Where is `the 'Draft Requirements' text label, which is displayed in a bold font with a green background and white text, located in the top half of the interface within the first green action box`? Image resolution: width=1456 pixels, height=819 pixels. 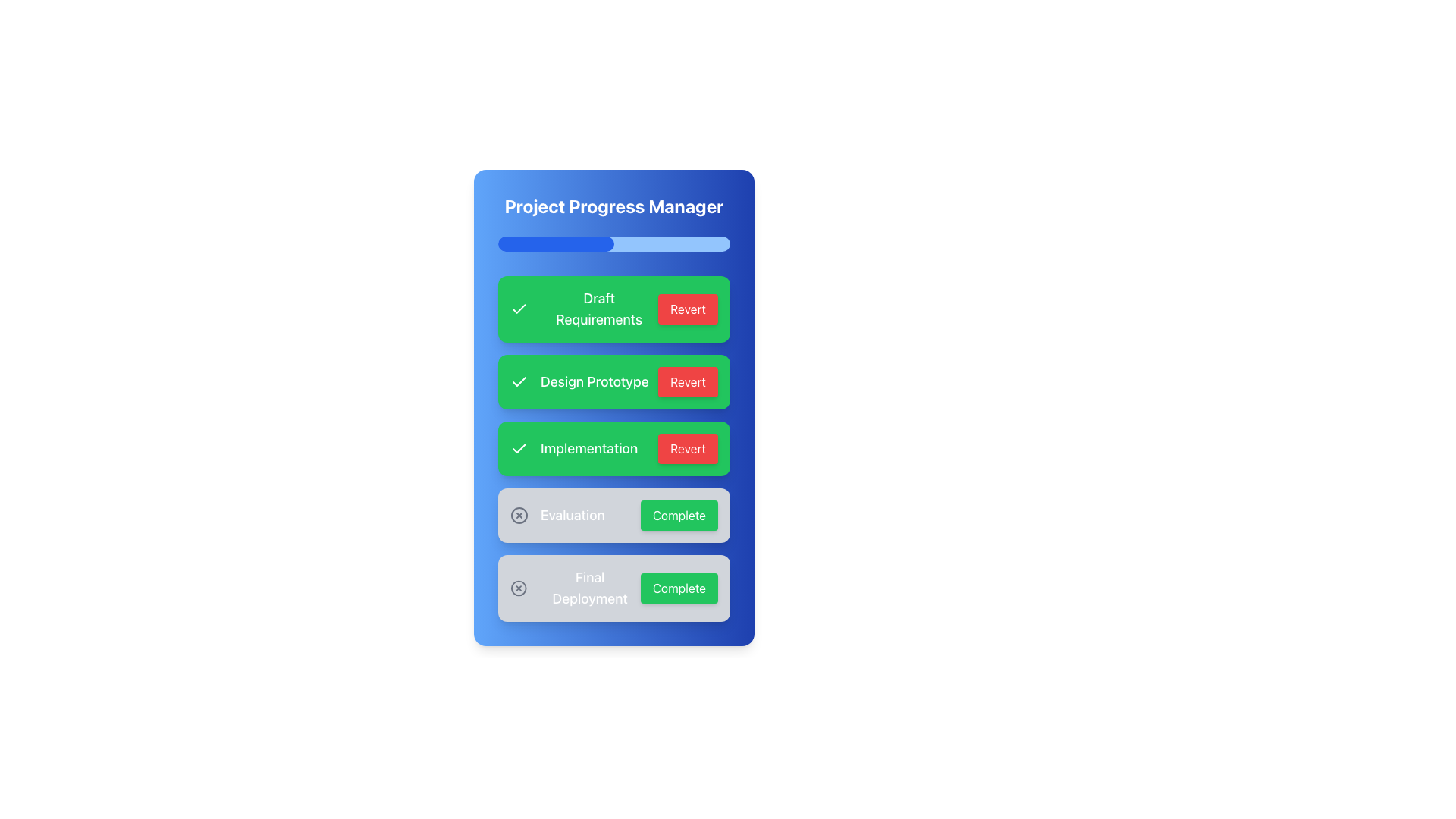
the 'Draft Requirements' text label, which is displayed in a bold font with a green background and white text, located in the top half of the interface within the first green action box is located at coordinates (598, 309).